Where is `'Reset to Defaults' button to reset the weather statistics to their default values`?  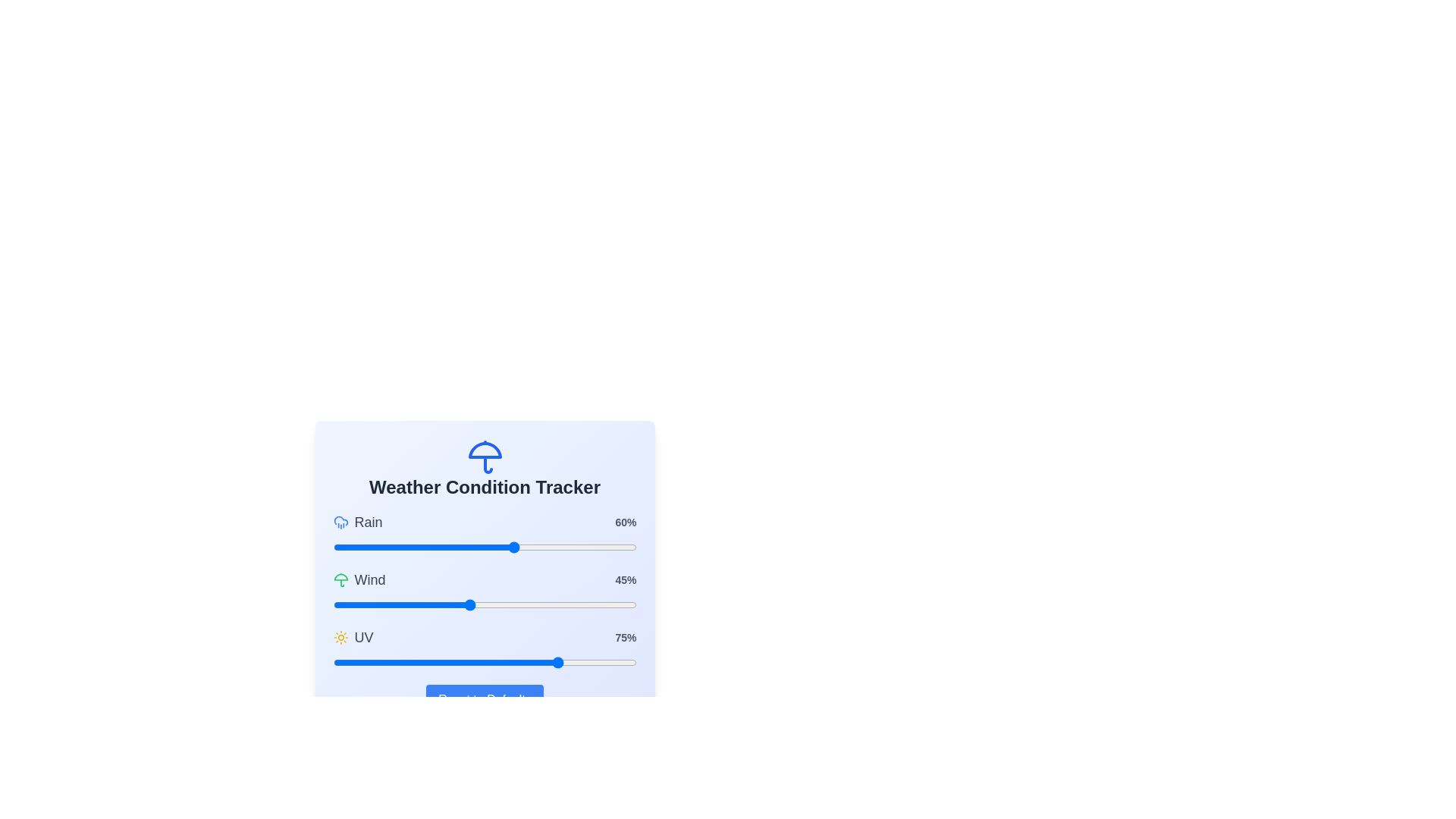
'Reset to Defaults' button to reset the weather statistics to their default values is located at coordinates (484, 699).